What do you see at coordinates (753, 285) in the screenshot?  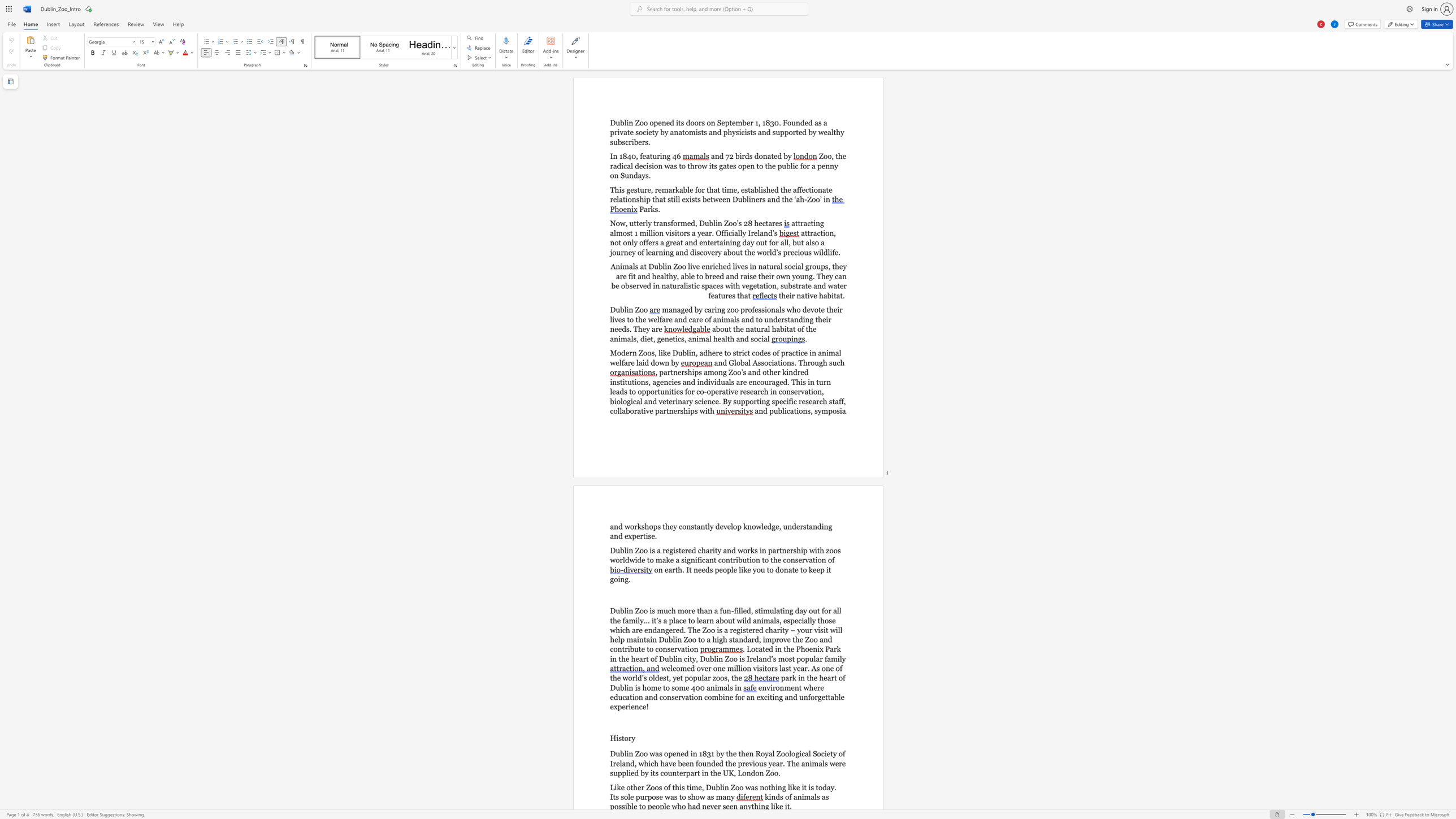 I see `the subset text "etation, substrate and water features th" within the text "in naturalistic spaces with vegetation, substrate and water features that"` at bounding box center [753, 285].